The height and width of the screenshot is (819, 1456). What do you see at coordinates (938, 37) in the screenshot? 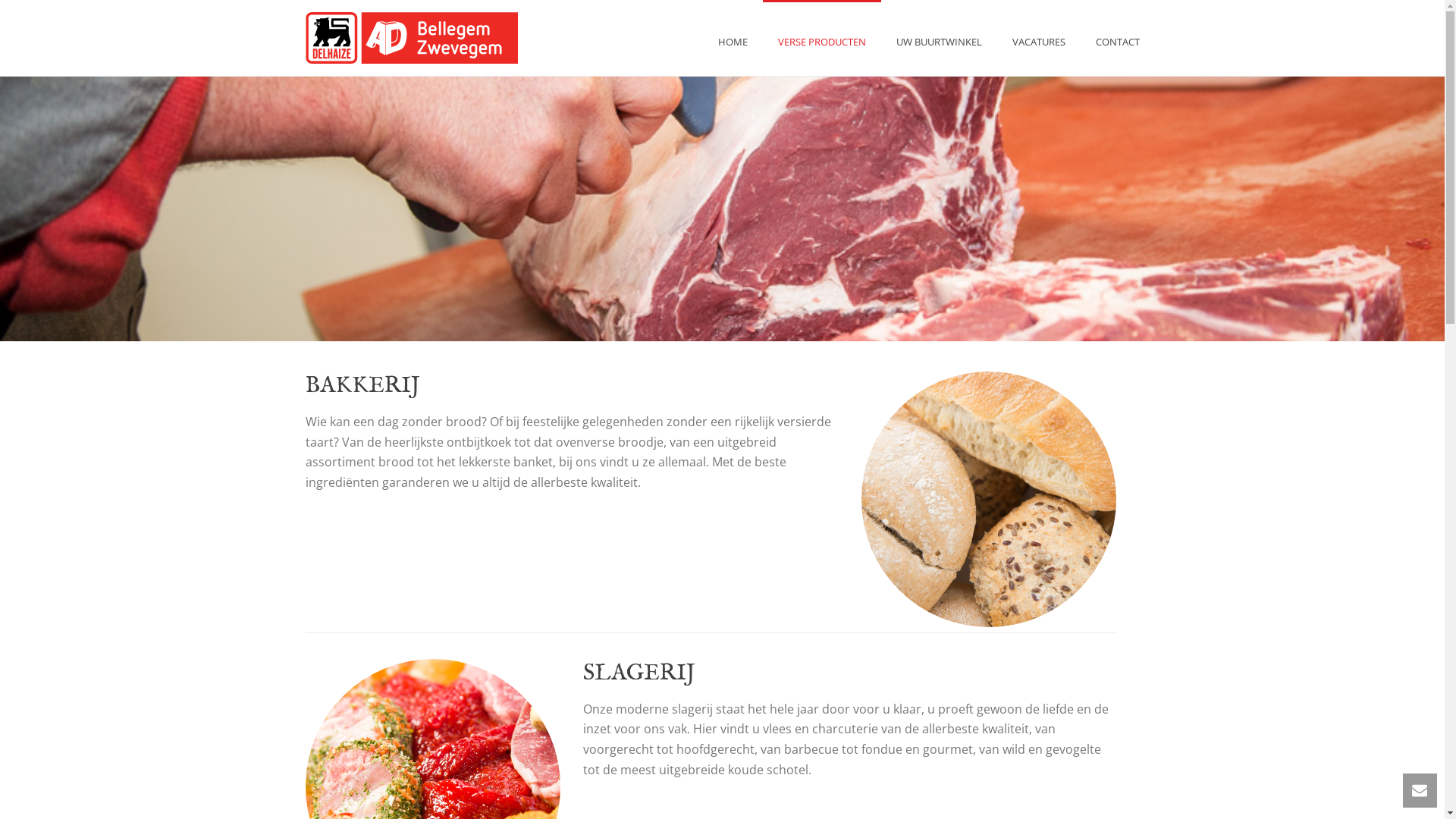
I see `'UW BUURTWINKEL'` at bounding box center [938, 37].